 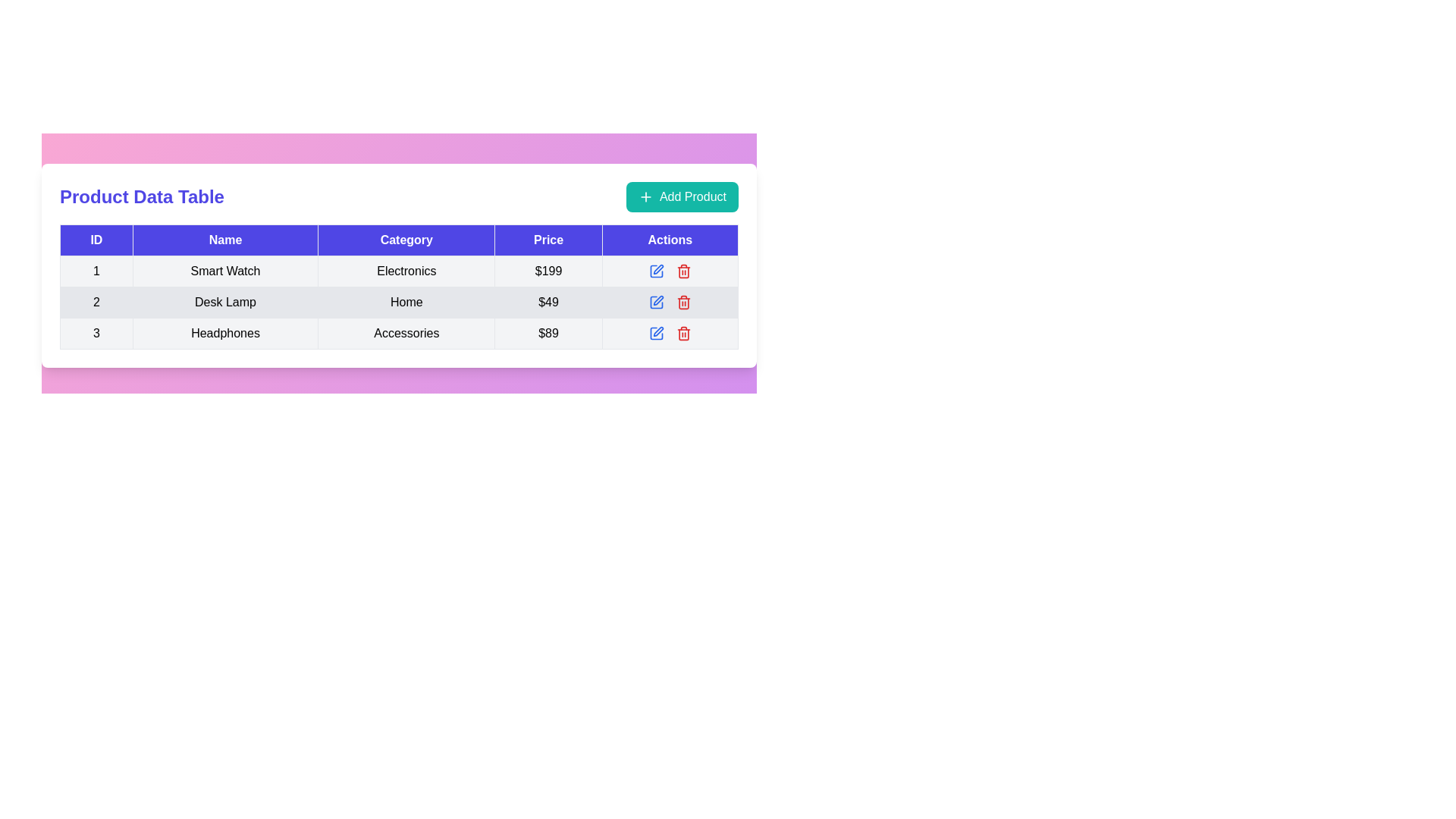 I want to click on the plus sign icon with a teal background located within the 'Add Product' button to trigger potential visual effects, so click(x=645, y=196).